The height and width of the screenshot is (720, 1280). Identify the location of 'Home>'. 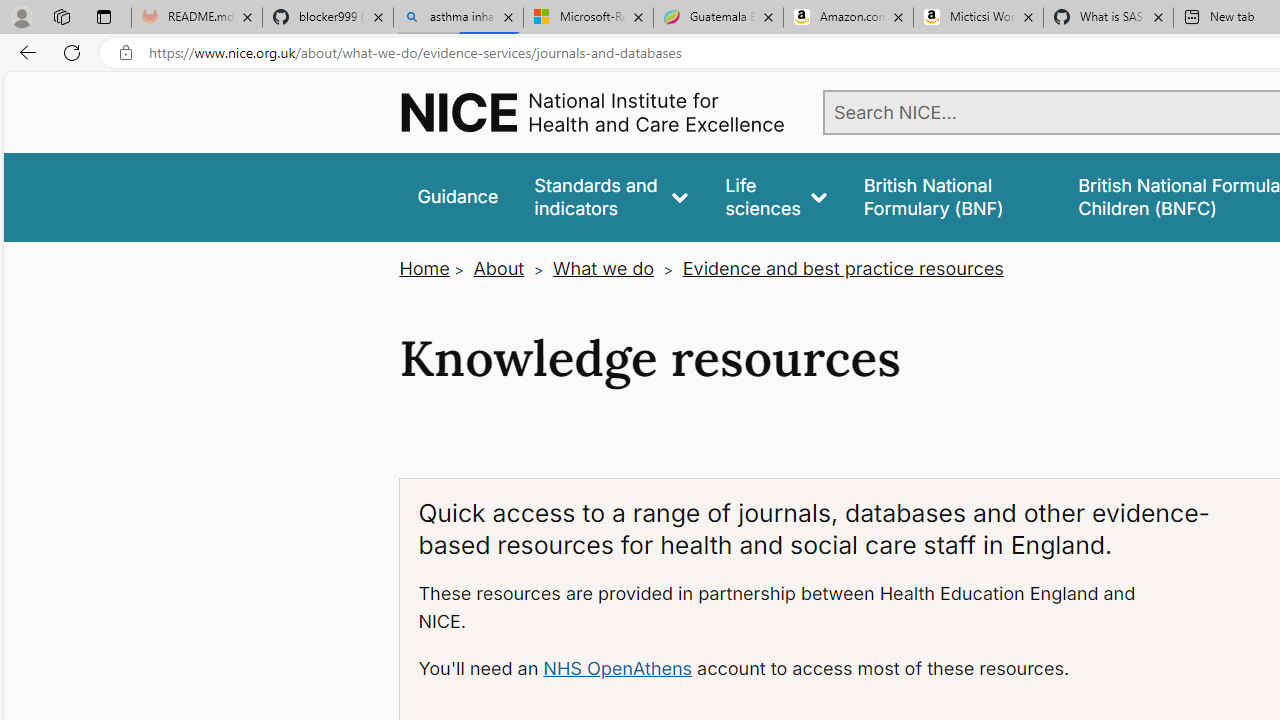
(432, 268).